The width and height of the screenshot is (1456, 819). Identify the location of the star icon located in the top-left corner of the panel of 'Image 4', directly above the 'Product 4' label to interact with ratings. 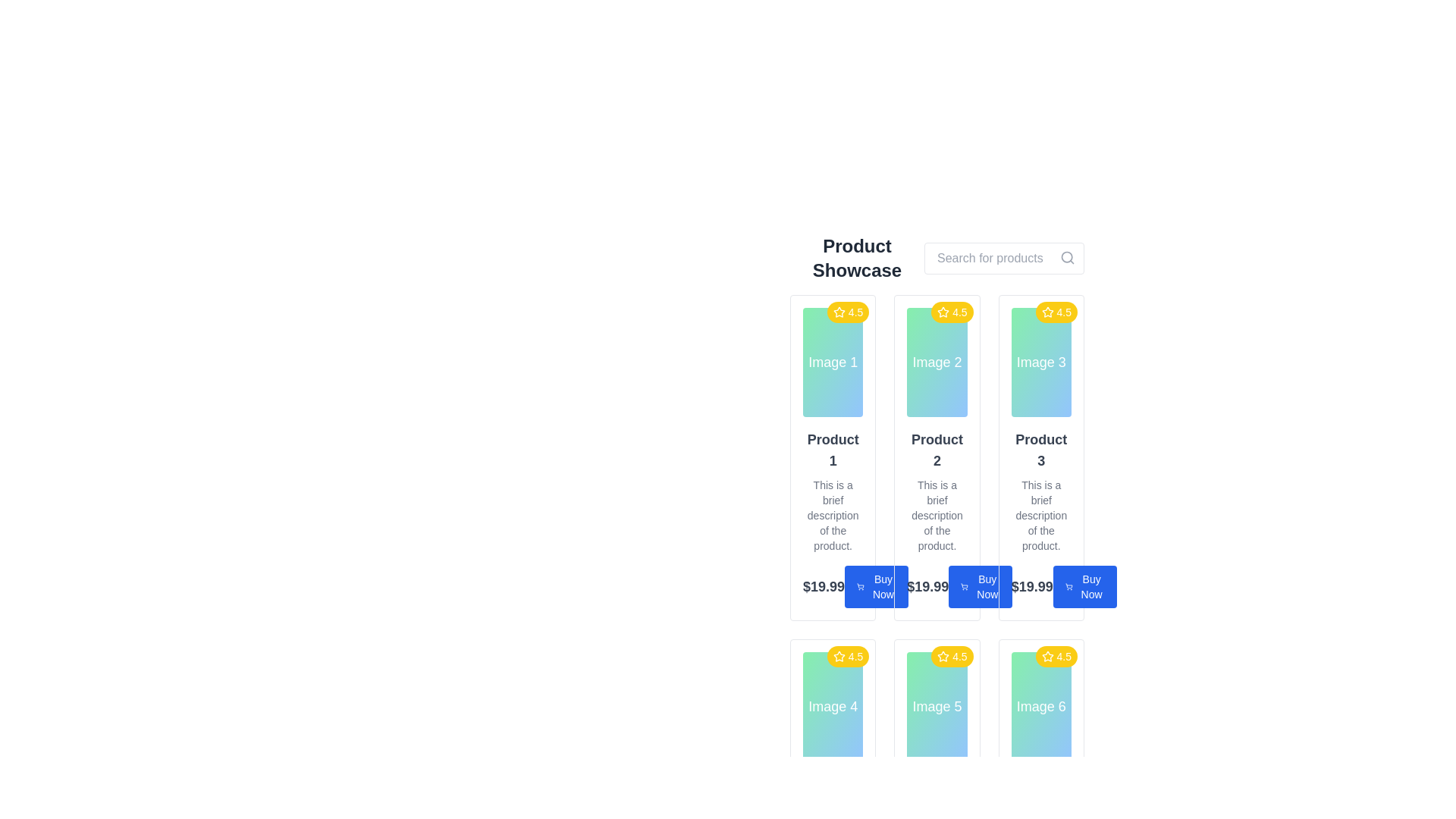
(838, 655).